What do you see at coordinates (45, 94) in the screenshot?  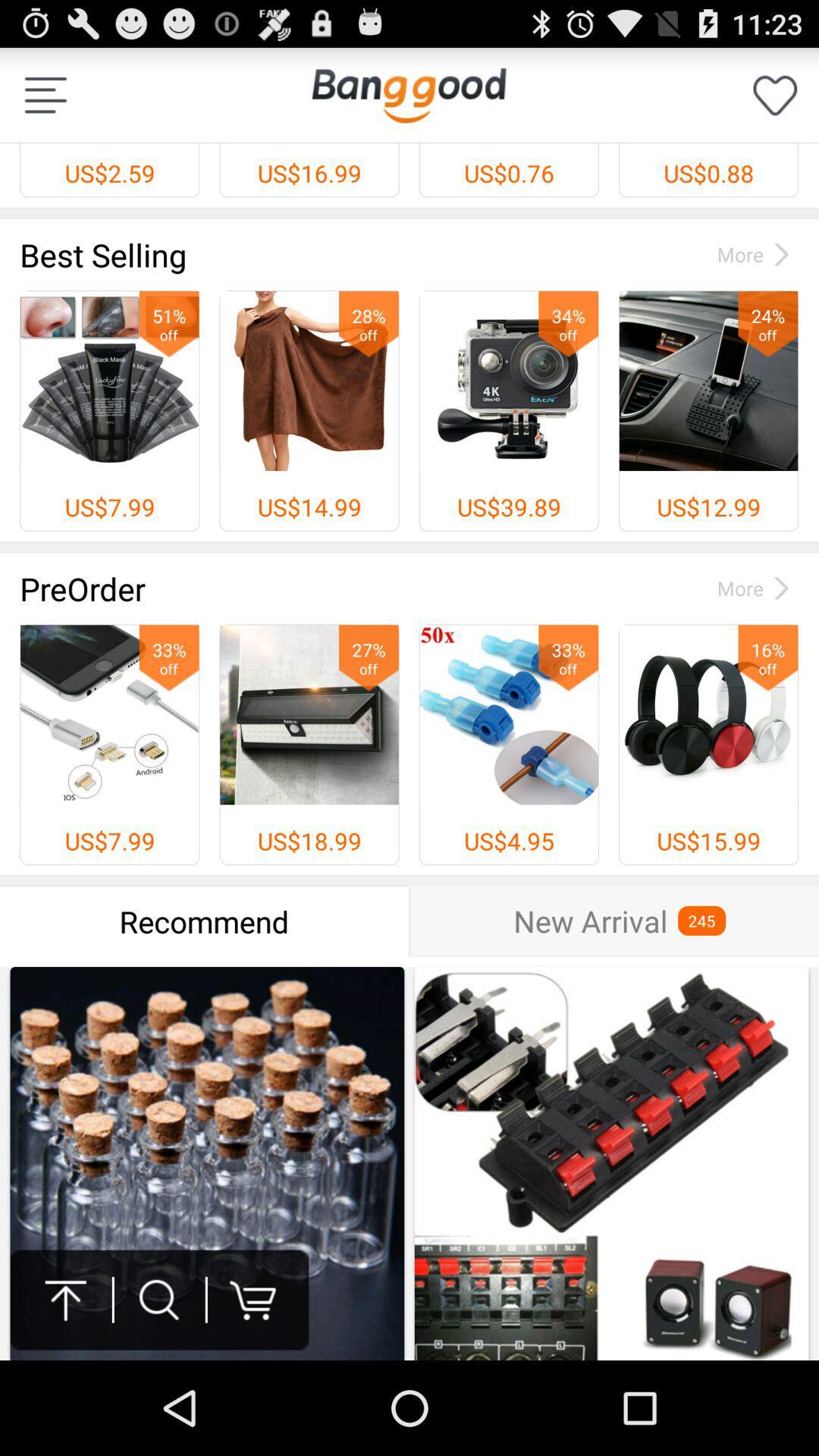 I see `more options` at bounding box center [45, 94].